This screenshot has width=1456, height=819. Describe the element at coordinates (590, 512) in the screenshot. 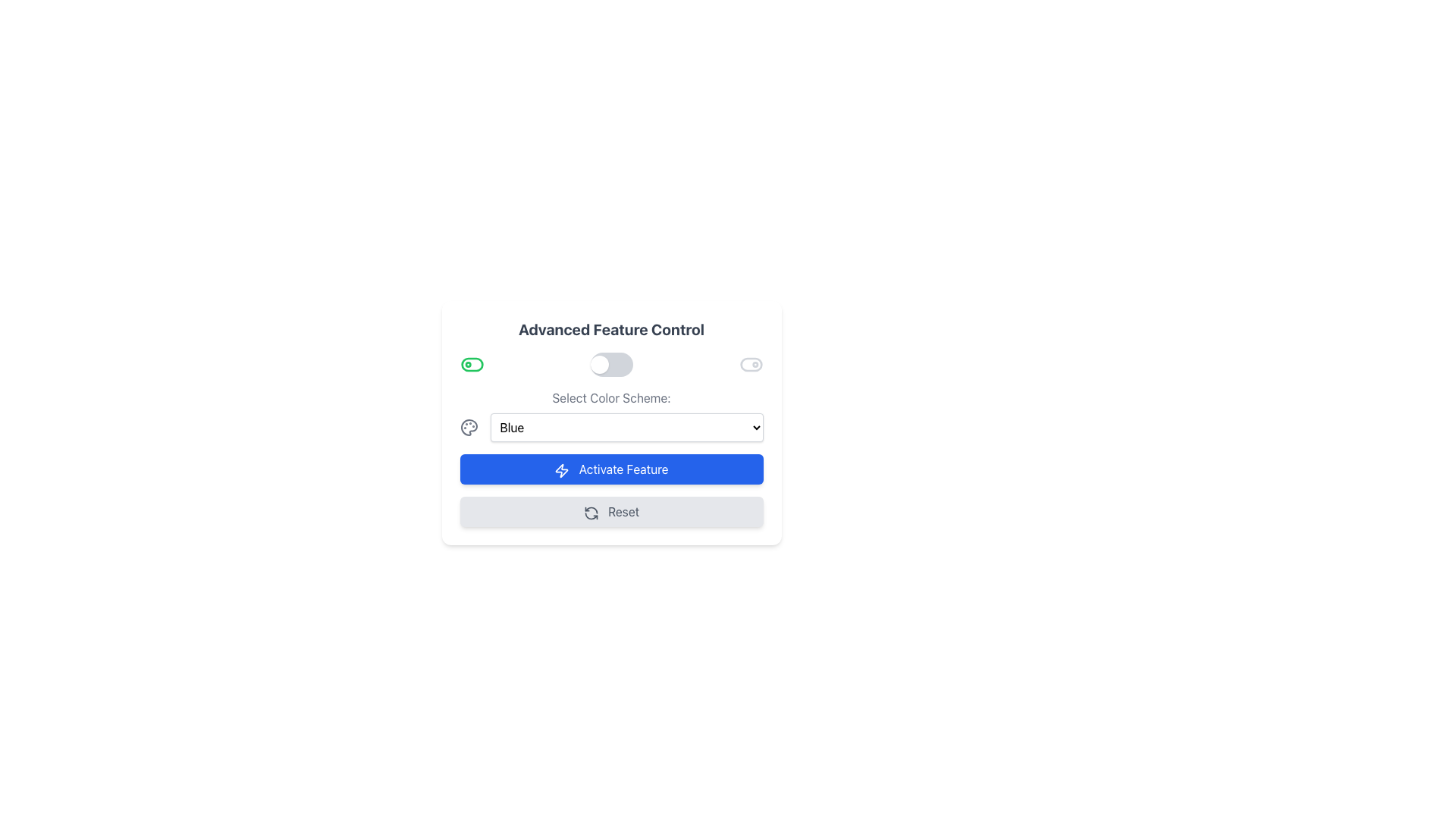

I see `the circular arrow icon, which is outlined in gray and located to the left of the 'Reset' text within the button` at that location.